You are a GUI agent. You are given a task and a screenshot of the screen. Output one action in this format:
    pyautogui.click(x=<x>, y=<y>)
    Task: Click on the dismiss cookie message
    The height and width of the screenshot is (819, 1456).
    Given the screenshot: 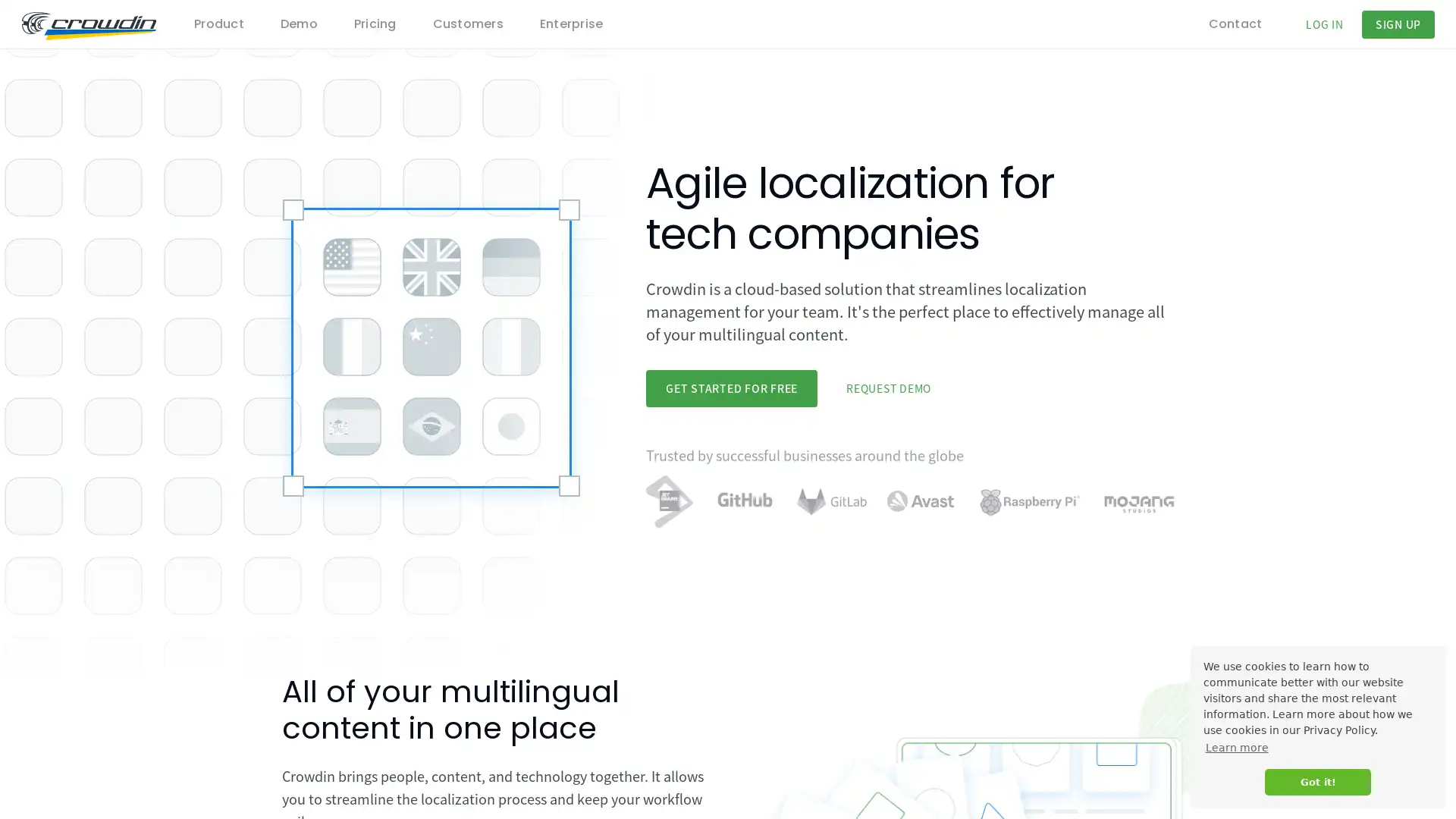 What is the action you would take?
    pyautogui.click(x=1316, y=782)
    